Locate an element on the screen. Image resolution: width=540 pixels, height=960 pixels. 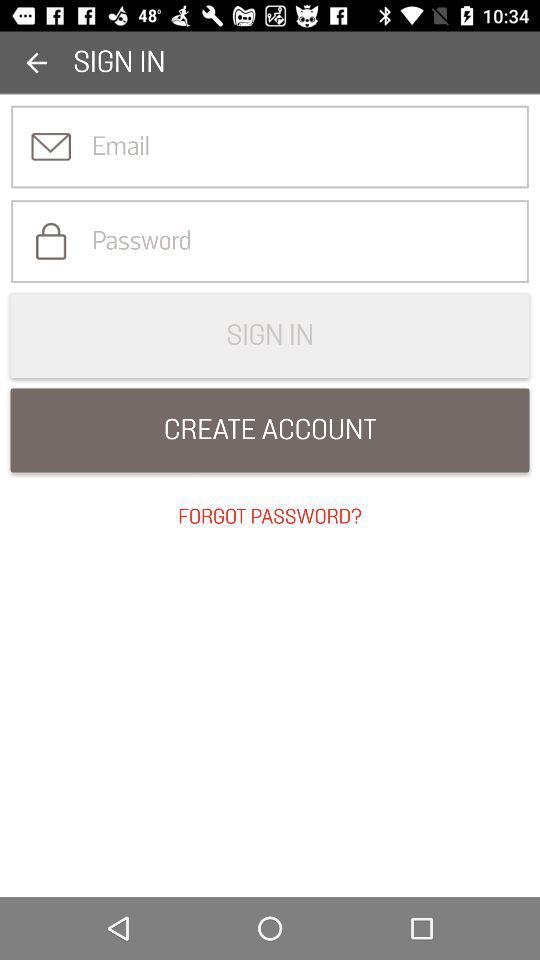
the forgot password? item is located at coordinates (270, 516).